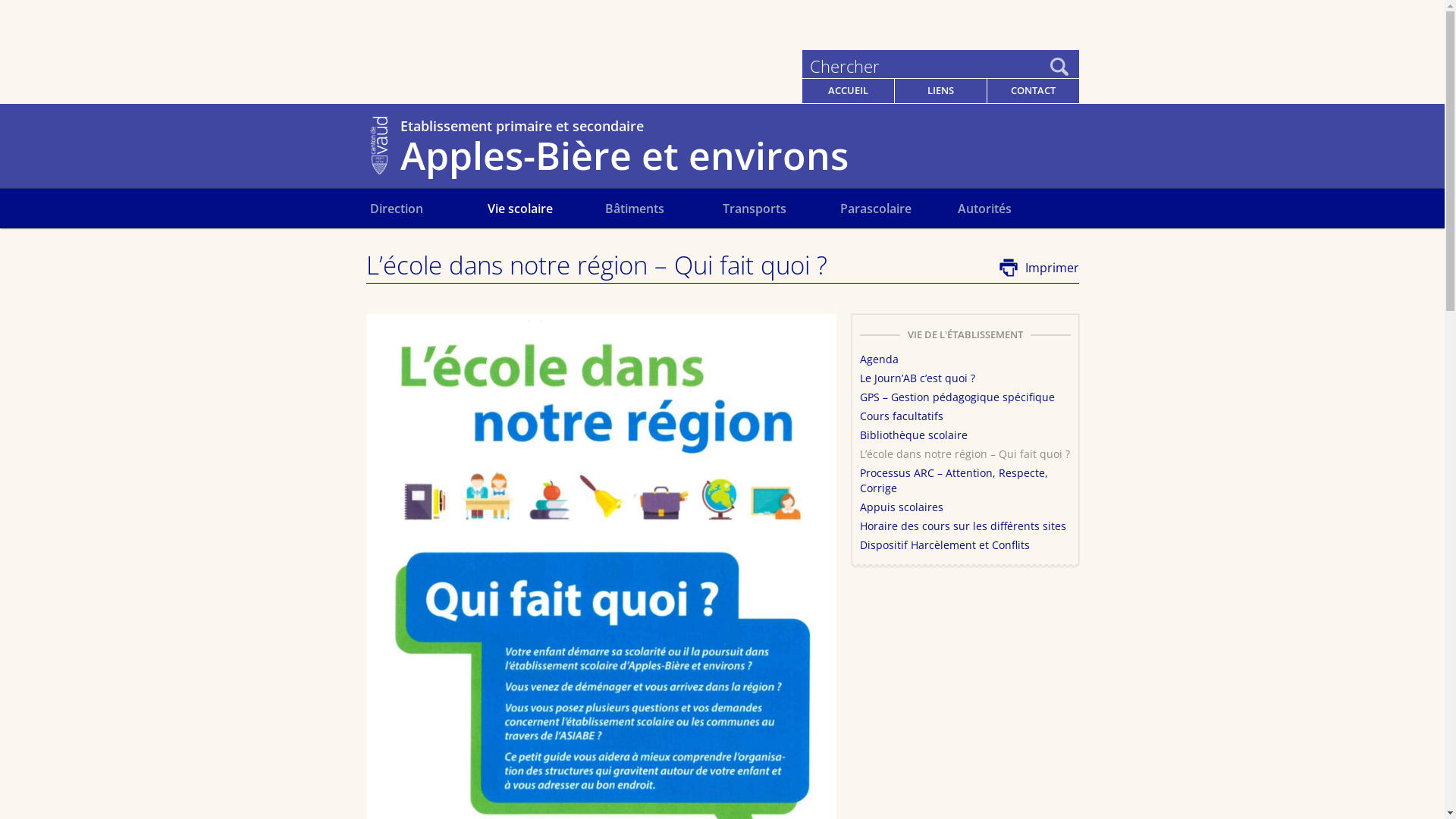 This screenshot has width=1456, height=819. What do you see at coordinates (902, 416) in the screenshot?
I see `'Cours facultatifs'` at bounding box center [902, 416].